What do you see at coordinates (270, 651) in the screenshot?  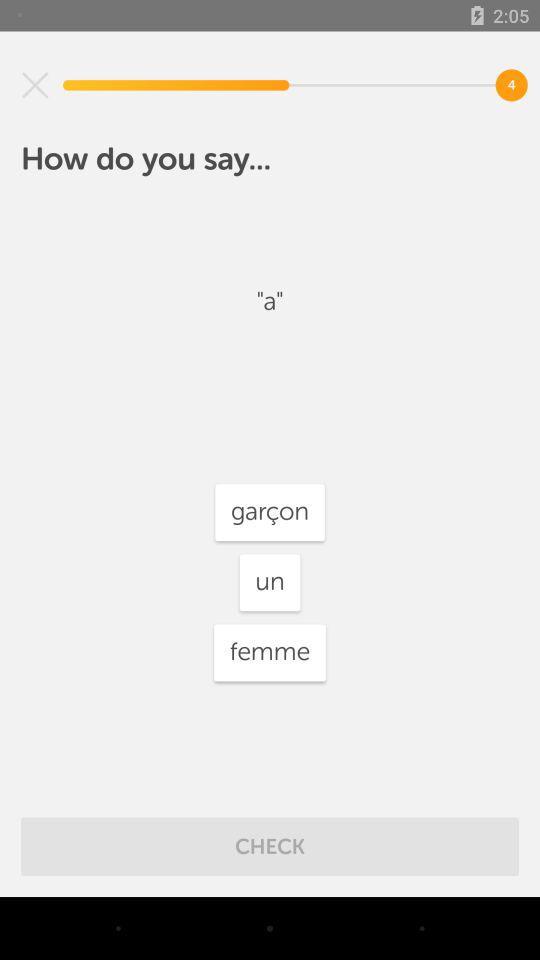 I see `item below un` at bounding box center [270, 651].